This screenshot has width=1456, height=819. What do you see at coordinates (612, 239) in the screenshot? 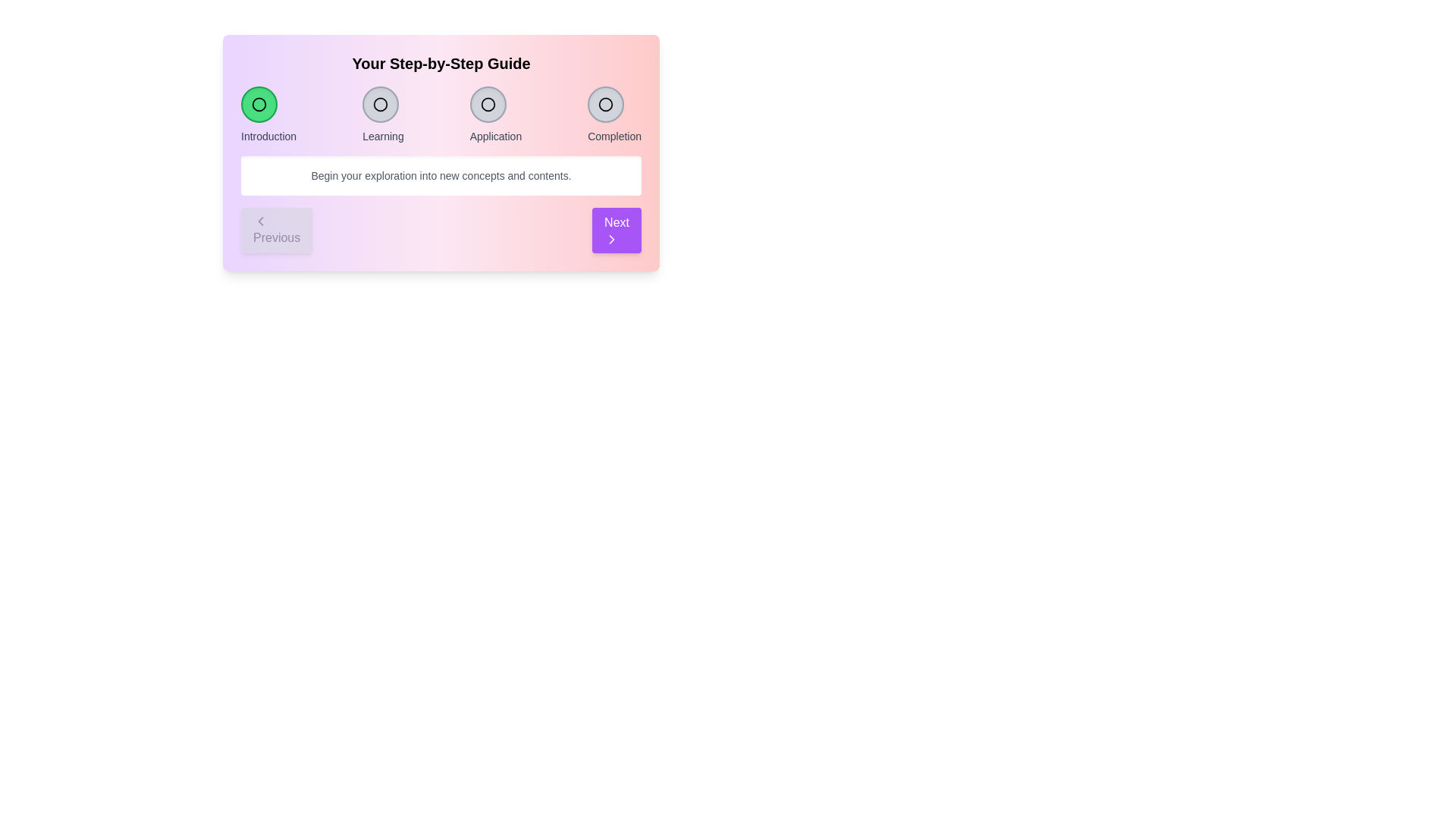
I see `the arrow icon embedded within the 'Next' button located at the bottom right corner of the form section` at bounding box center [612, 239].